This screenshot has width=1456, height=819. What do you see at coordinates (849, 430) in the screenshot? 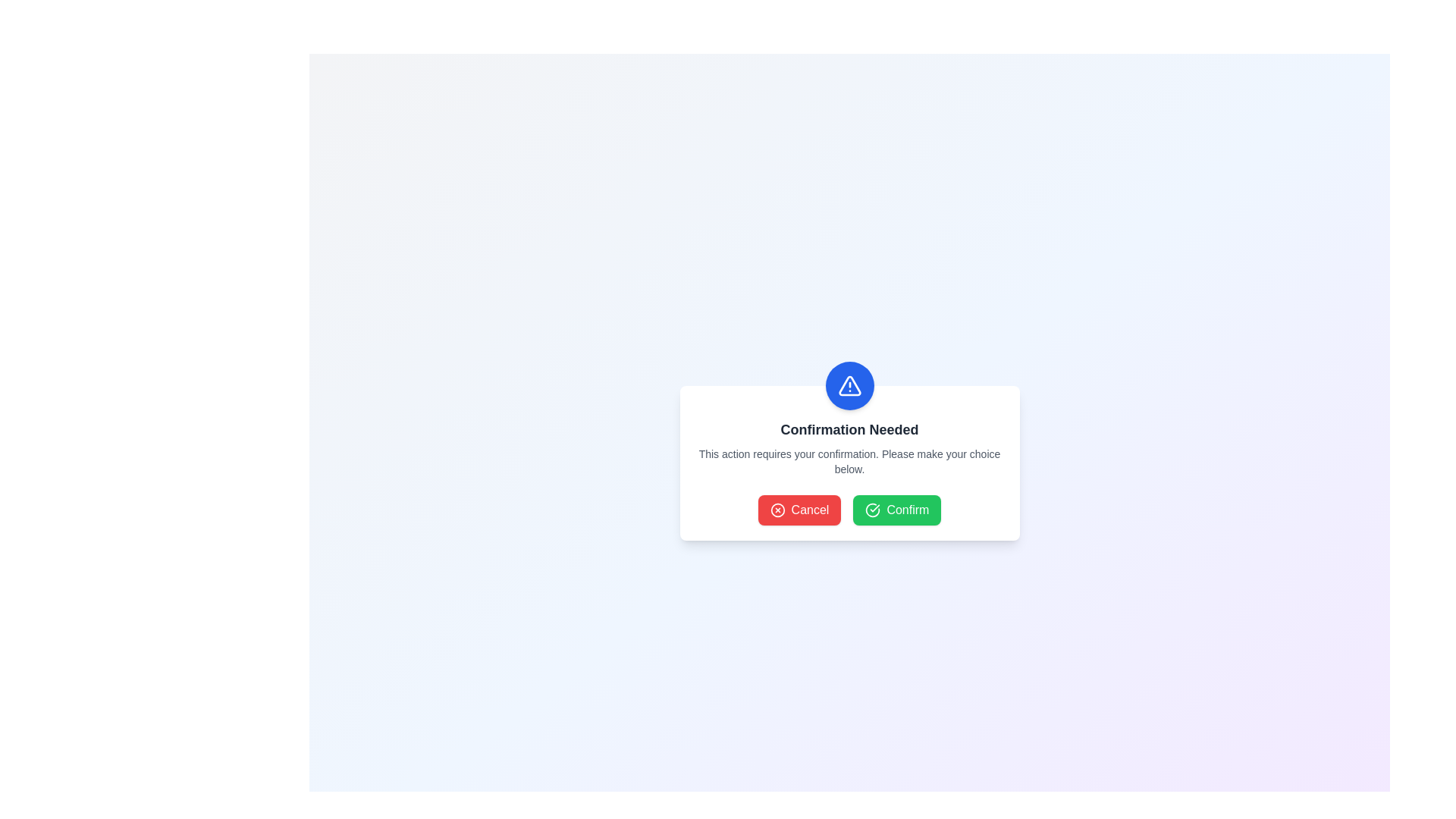
I see `the text header element labeled 'Confirmation Needed', which is bold and dark gray, centrally aligned within the dialog box` at bounding box center [849, 430].